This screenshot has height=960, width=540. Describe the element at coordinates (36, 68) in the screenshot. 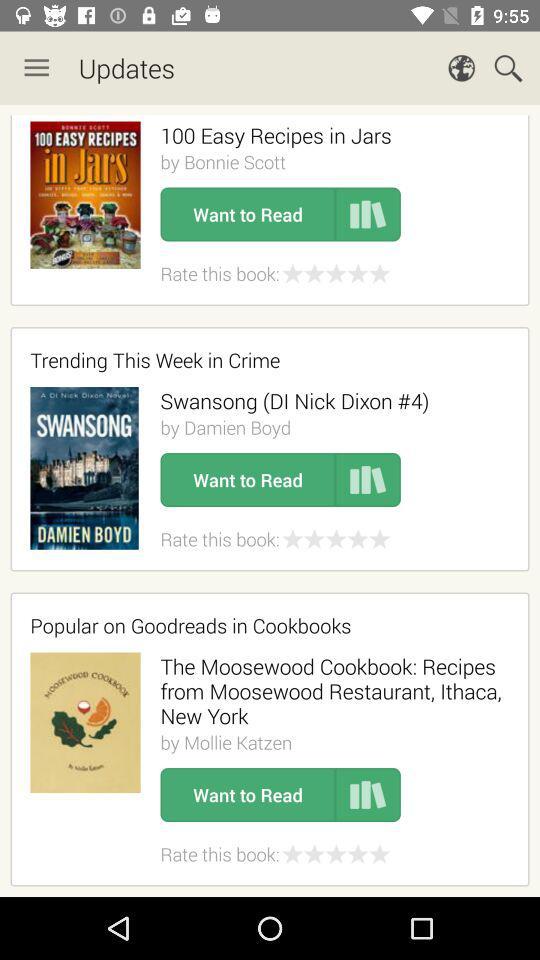

I see `item to the left of updates icon` at that location.